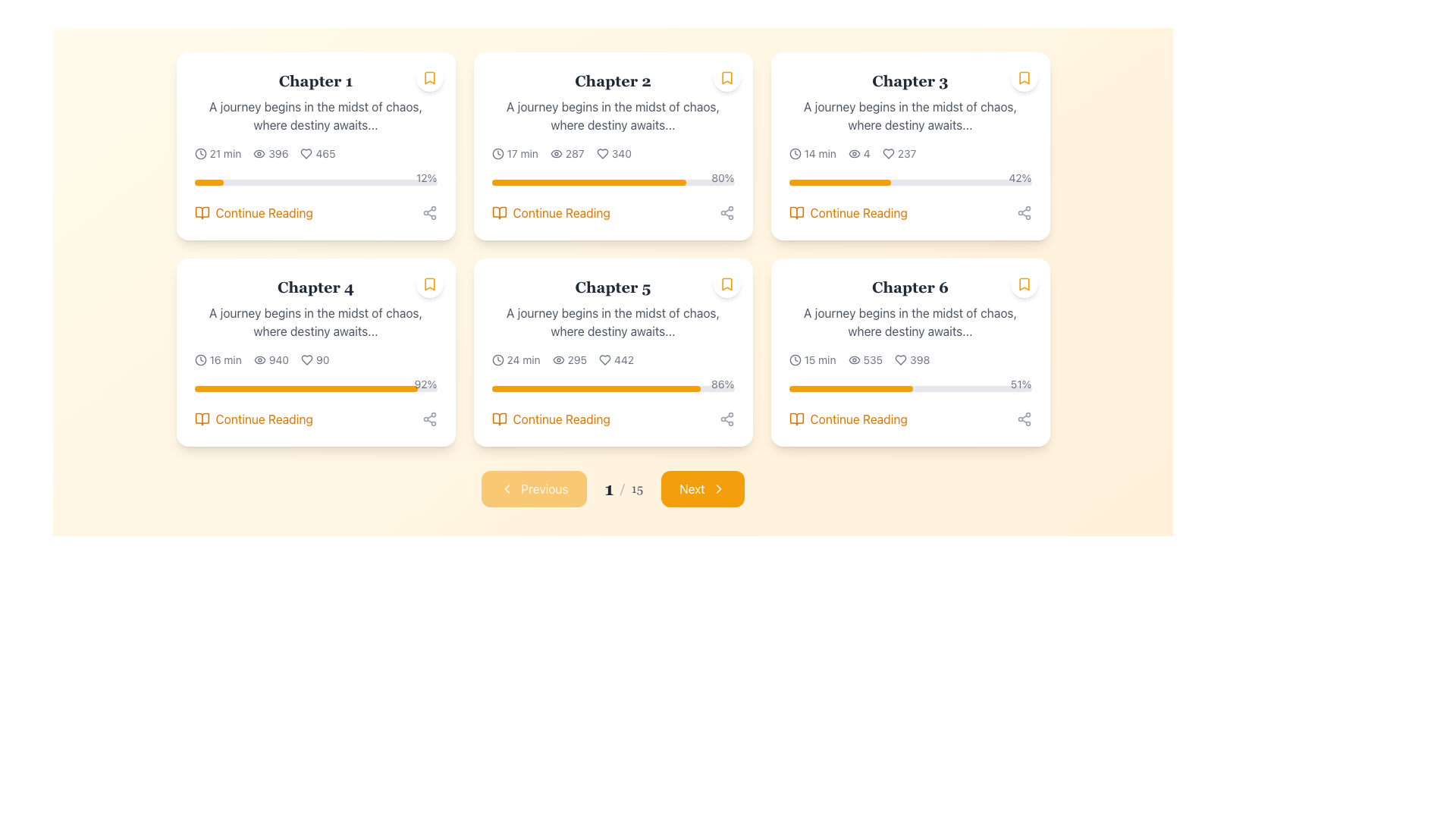 The width and height of the screenshot is (1456, 819). I want to click on the text block that serves as a brief description or introductory text for Chapter 1, located within the card labeled 'Chapter 1' in the top-left corner of the grid layout, so click(315, 115).